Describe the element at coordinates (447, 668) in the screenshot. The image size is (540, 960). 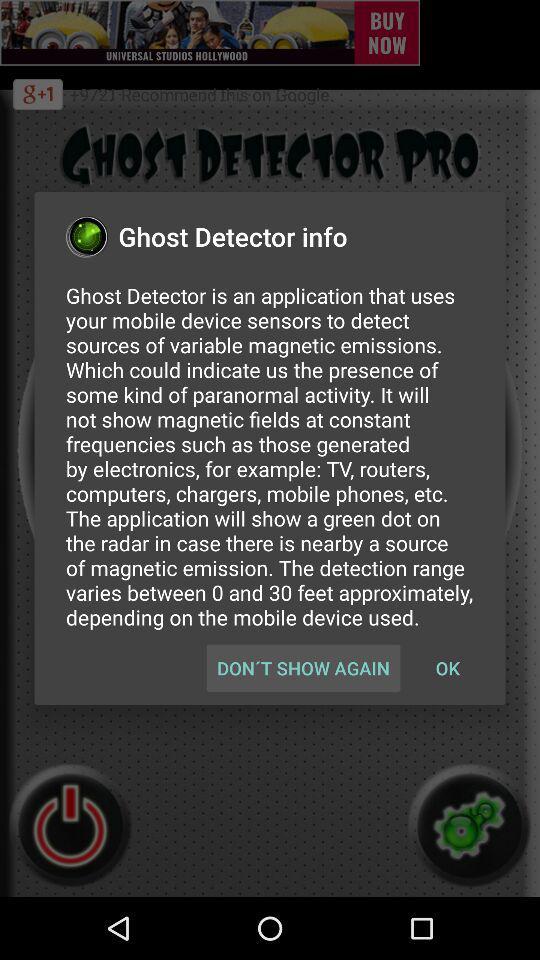
I see `the ok` at that location.